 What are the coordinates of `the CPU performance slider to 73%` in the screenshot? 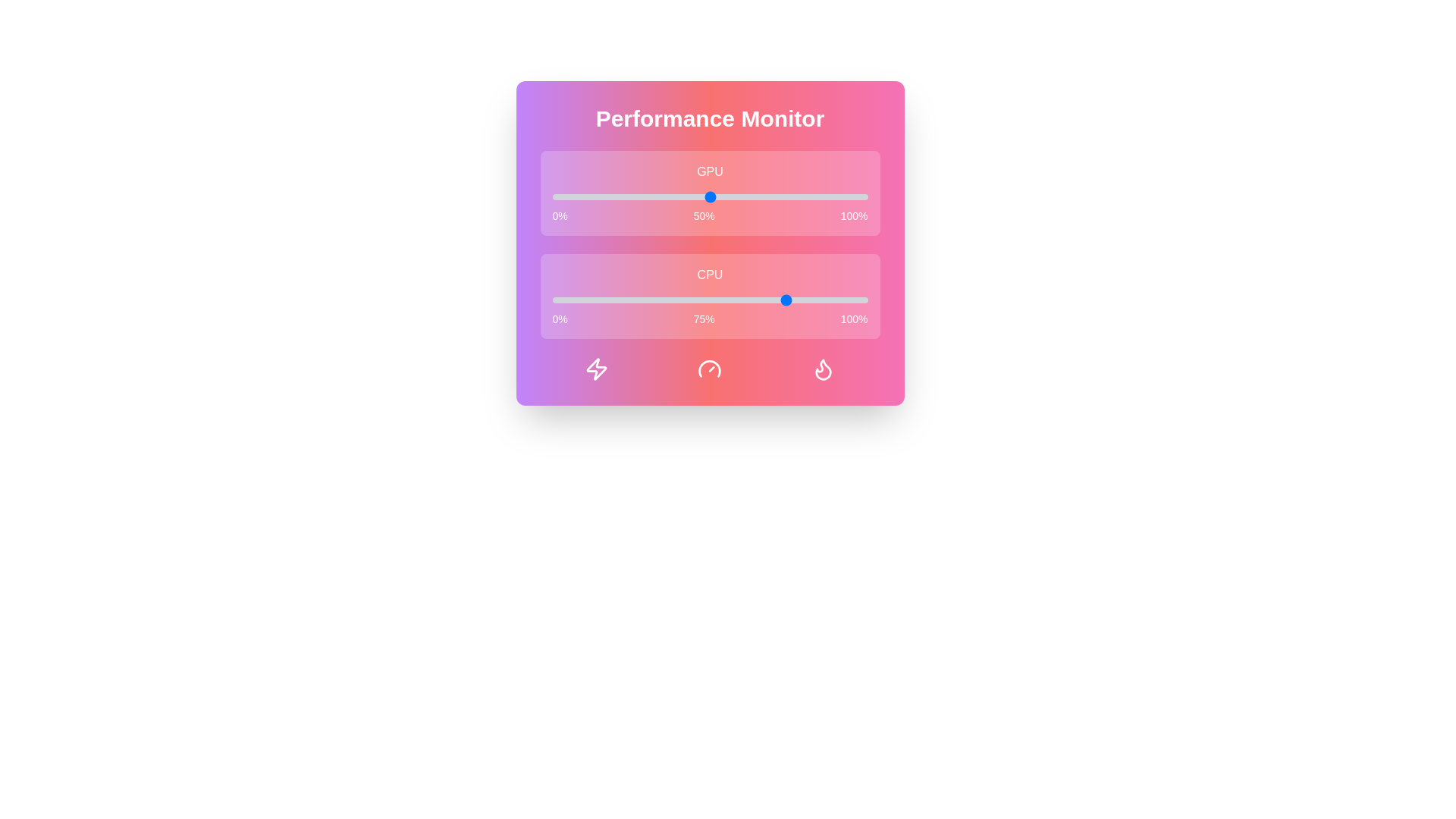 It's located at (783, 300).